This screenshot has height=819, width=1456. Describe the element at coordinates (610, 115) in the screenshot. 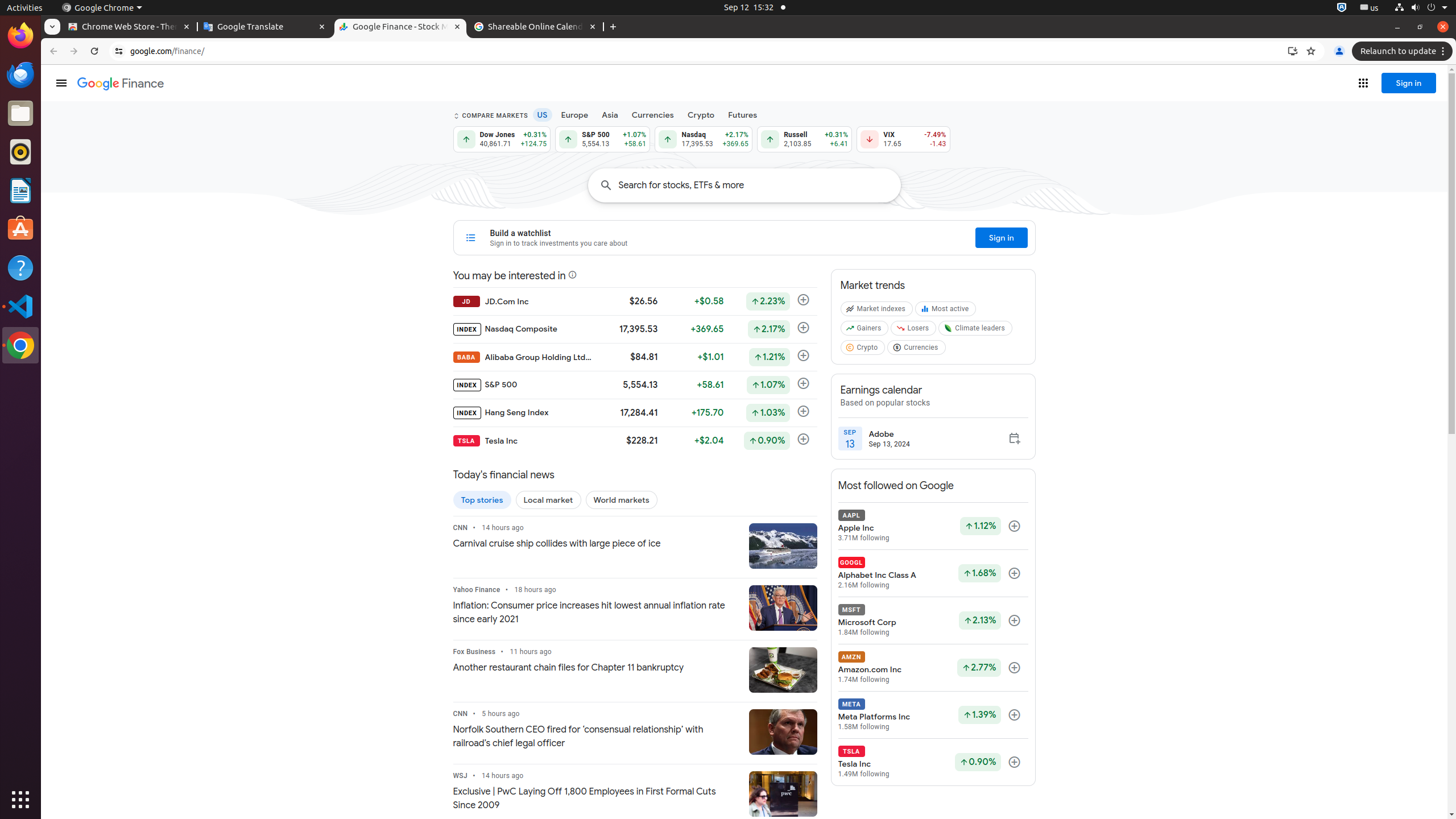

I see `'Asia'` at that location.